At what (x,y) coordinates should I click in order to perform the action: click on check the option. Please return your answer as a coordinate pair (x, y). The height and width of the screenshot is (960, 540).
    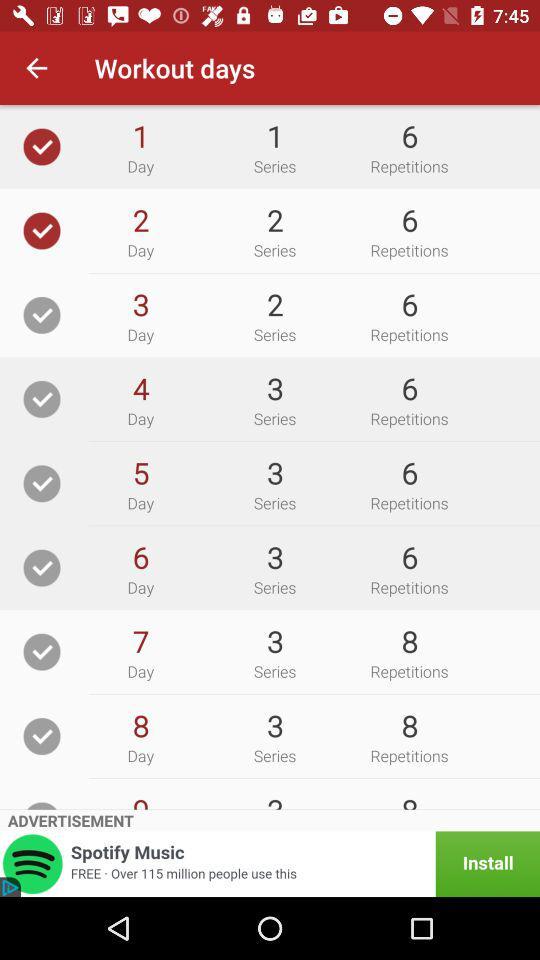
    Looking at the image, I should click on (42, 145).